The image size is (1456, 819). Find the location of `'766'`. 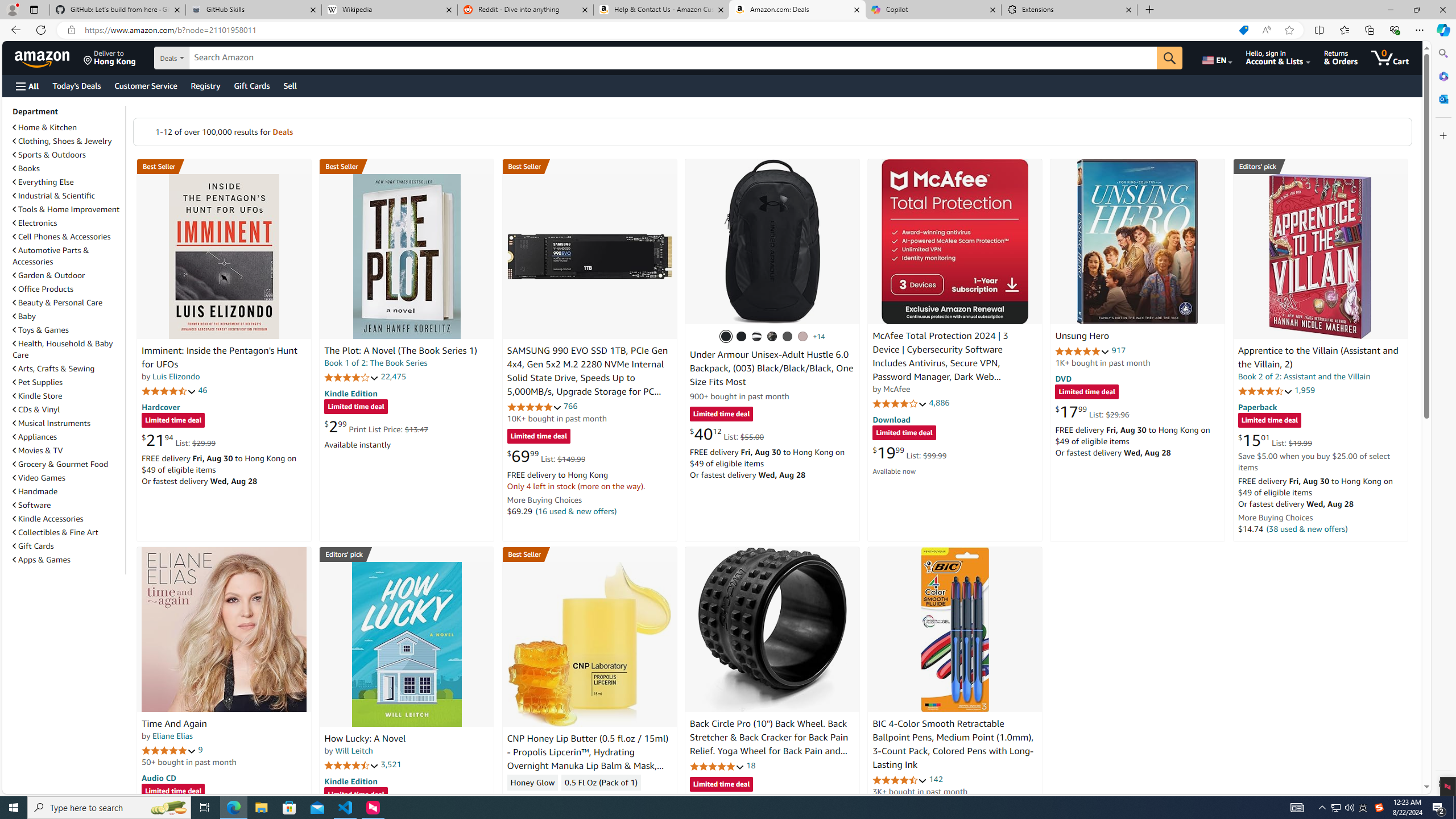

'766' is located at coordinates (570, 406).